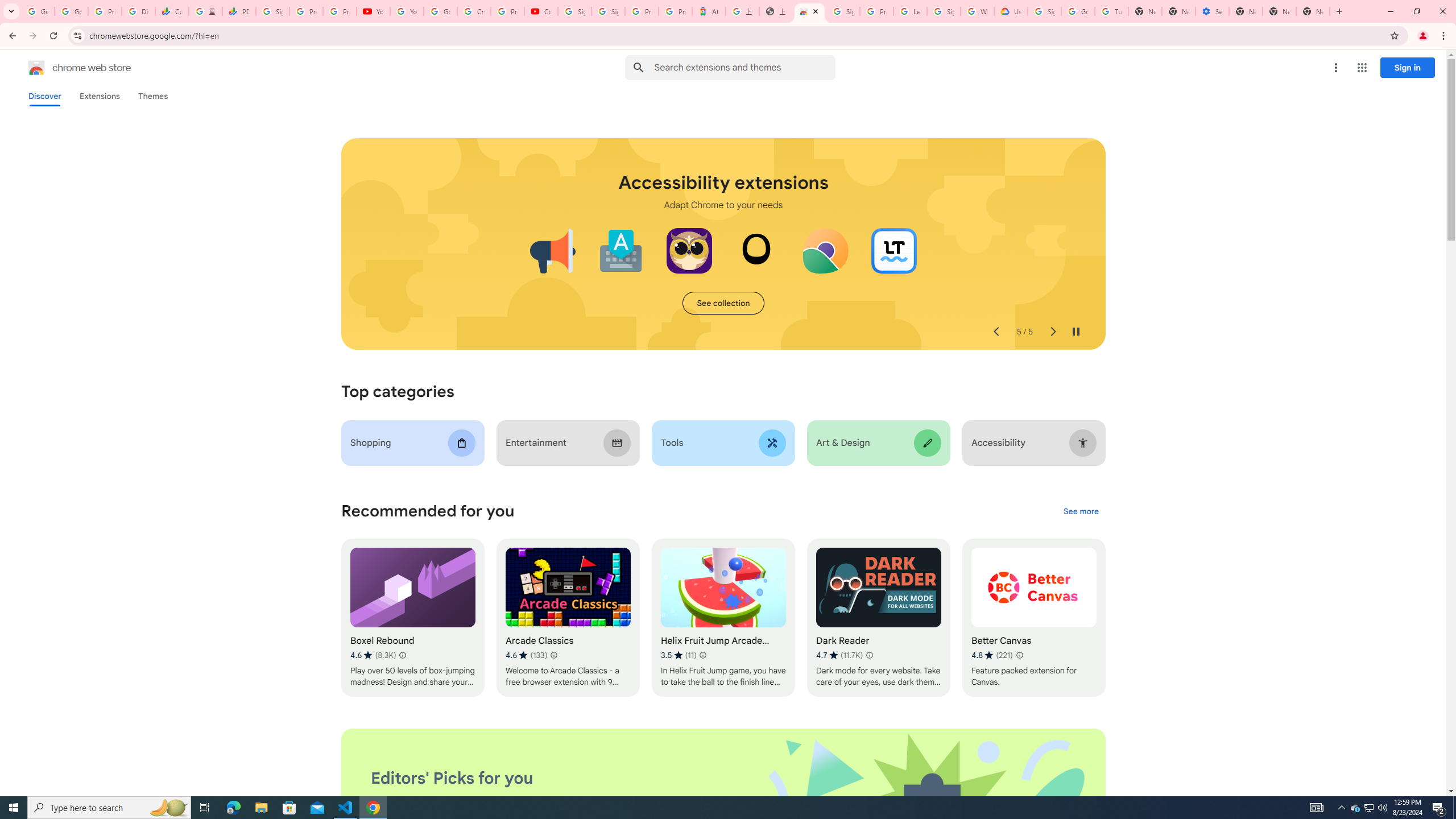 This screenshot has width=1456, height=819. What do you see at coordinates (373, 655) in the screenshot?
I see `'Average rating 4.6 out of 5 stars. 8.3K ratings.'` at bounding box center [373, 655].